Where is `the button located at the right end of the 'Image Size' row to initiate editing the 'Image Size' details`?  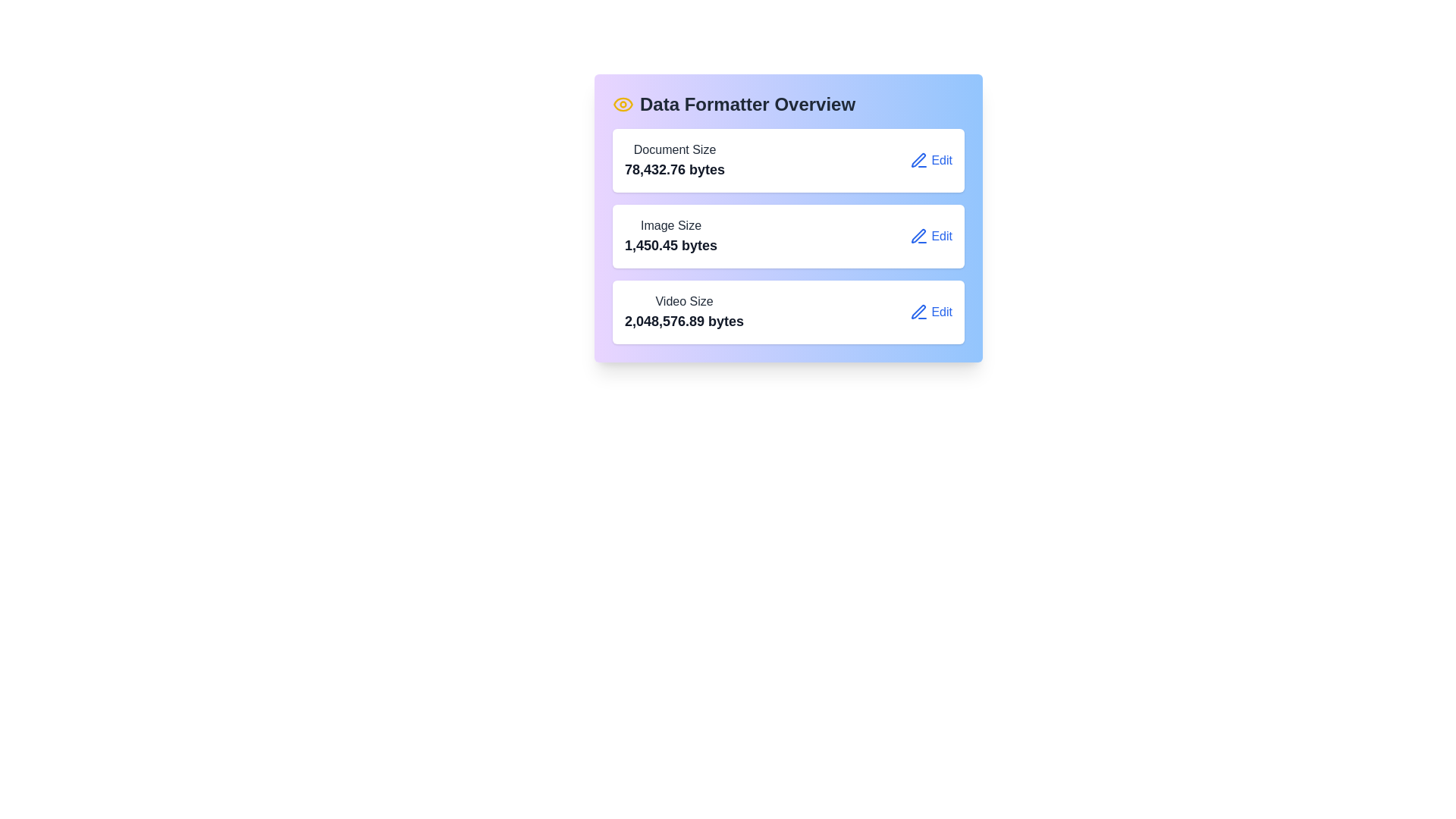
the button located at the right end of the 'Image Size' row to initiate editing the 'Image Size' details is located at coordinates (930, 237).